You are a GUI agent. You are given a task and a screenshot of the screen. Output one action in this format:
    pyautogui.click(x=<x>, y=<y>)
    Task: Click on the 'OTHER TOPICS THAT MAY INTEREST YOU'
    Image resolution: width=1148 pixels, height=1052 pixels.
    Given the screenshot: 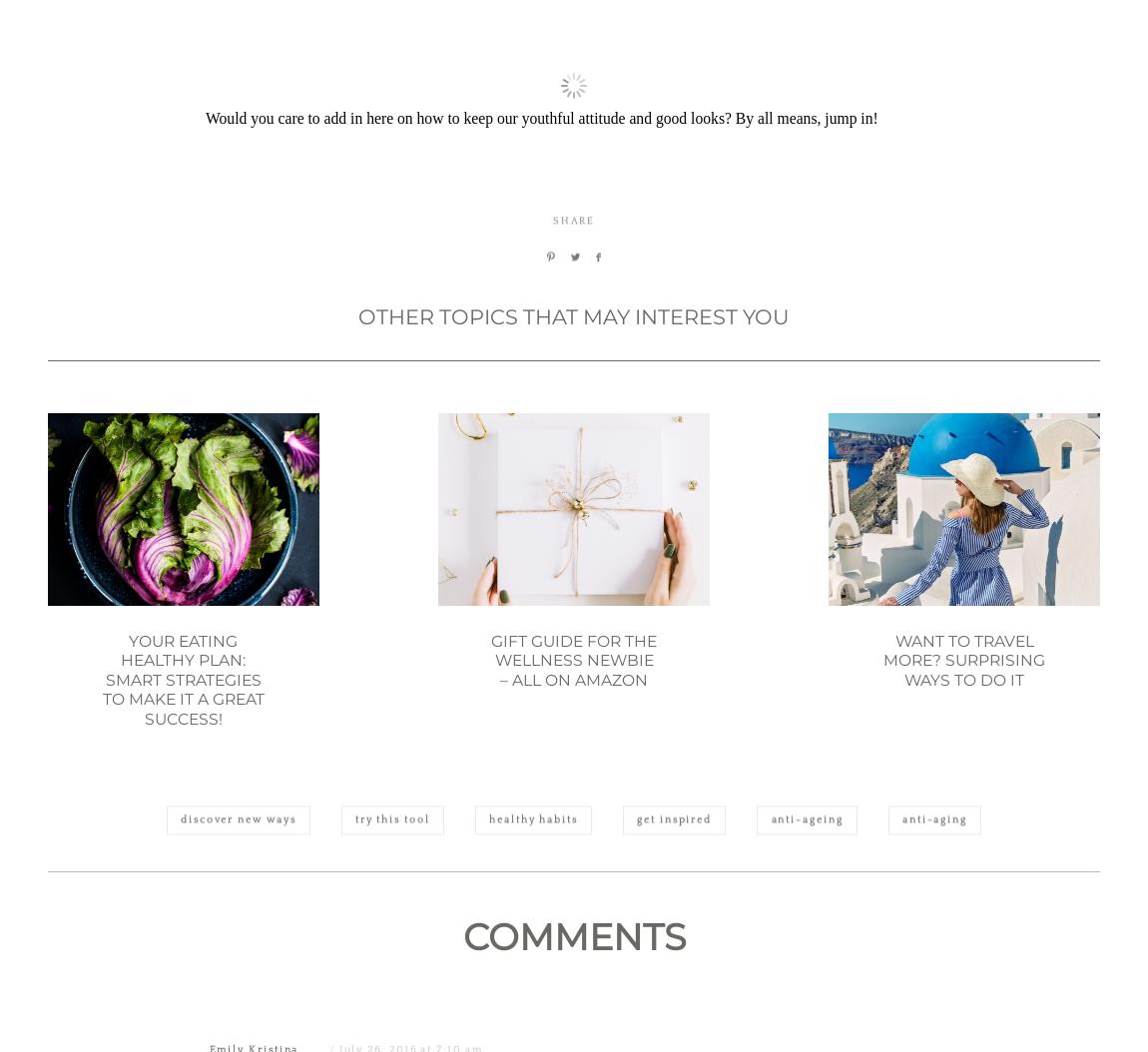 What is the action you would take?
    pyautogui.click(x=358, y=419)
    